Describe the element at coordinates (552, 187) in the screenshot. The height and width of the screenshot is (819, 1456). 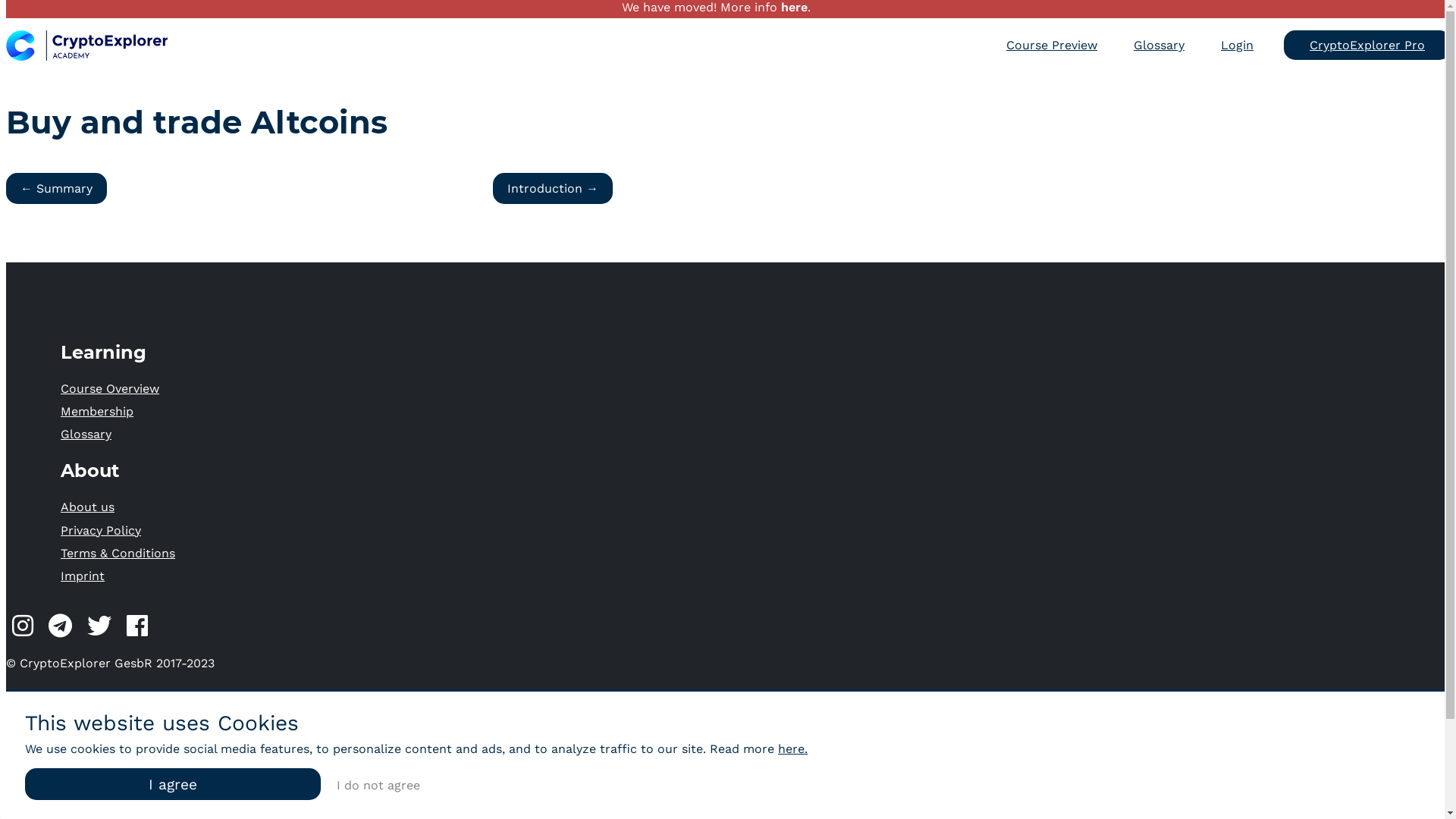
I see `'Introduction'` at that location.